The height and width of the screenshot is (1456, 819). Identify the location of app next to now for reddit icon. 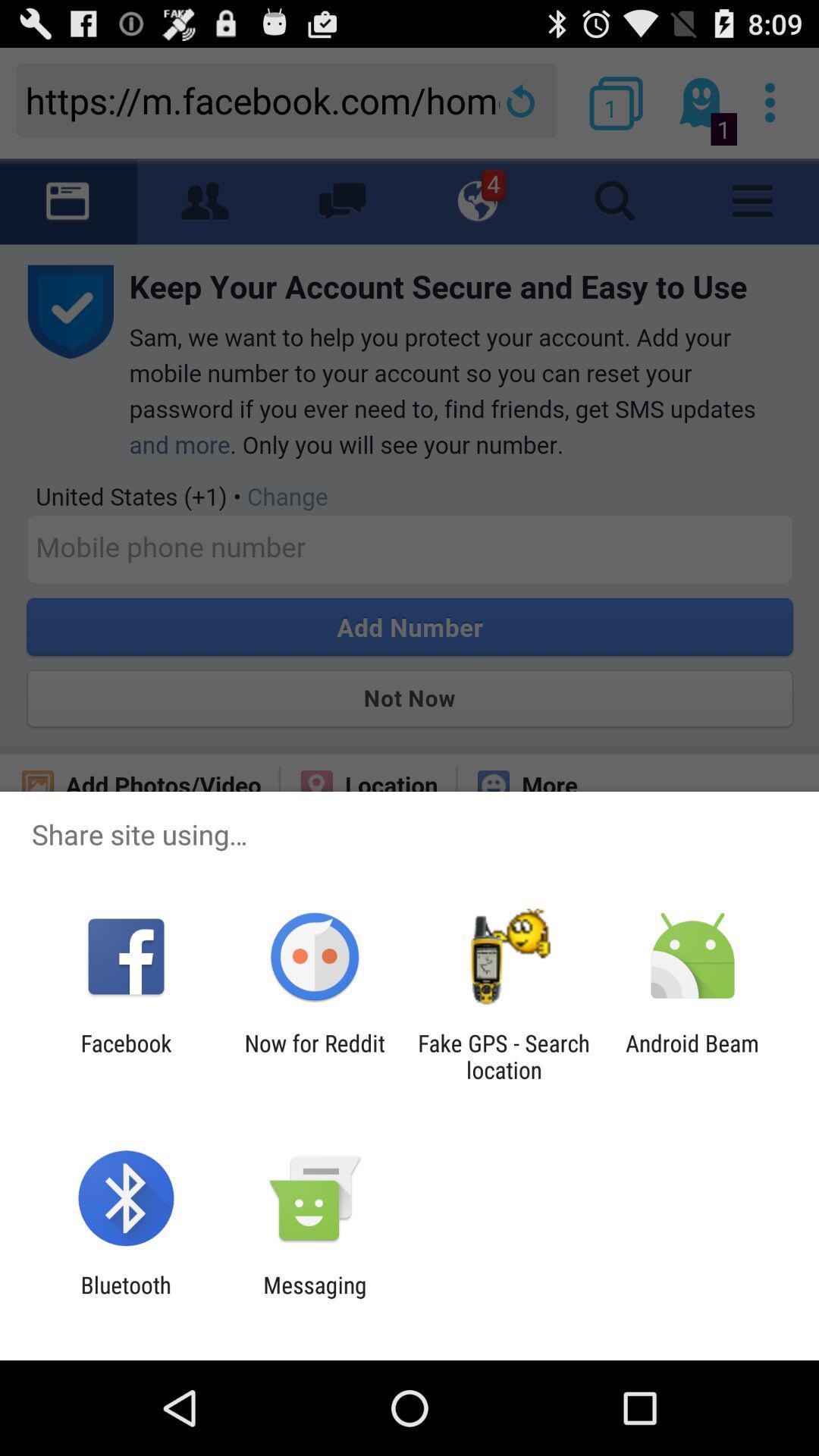
(504, 1056).